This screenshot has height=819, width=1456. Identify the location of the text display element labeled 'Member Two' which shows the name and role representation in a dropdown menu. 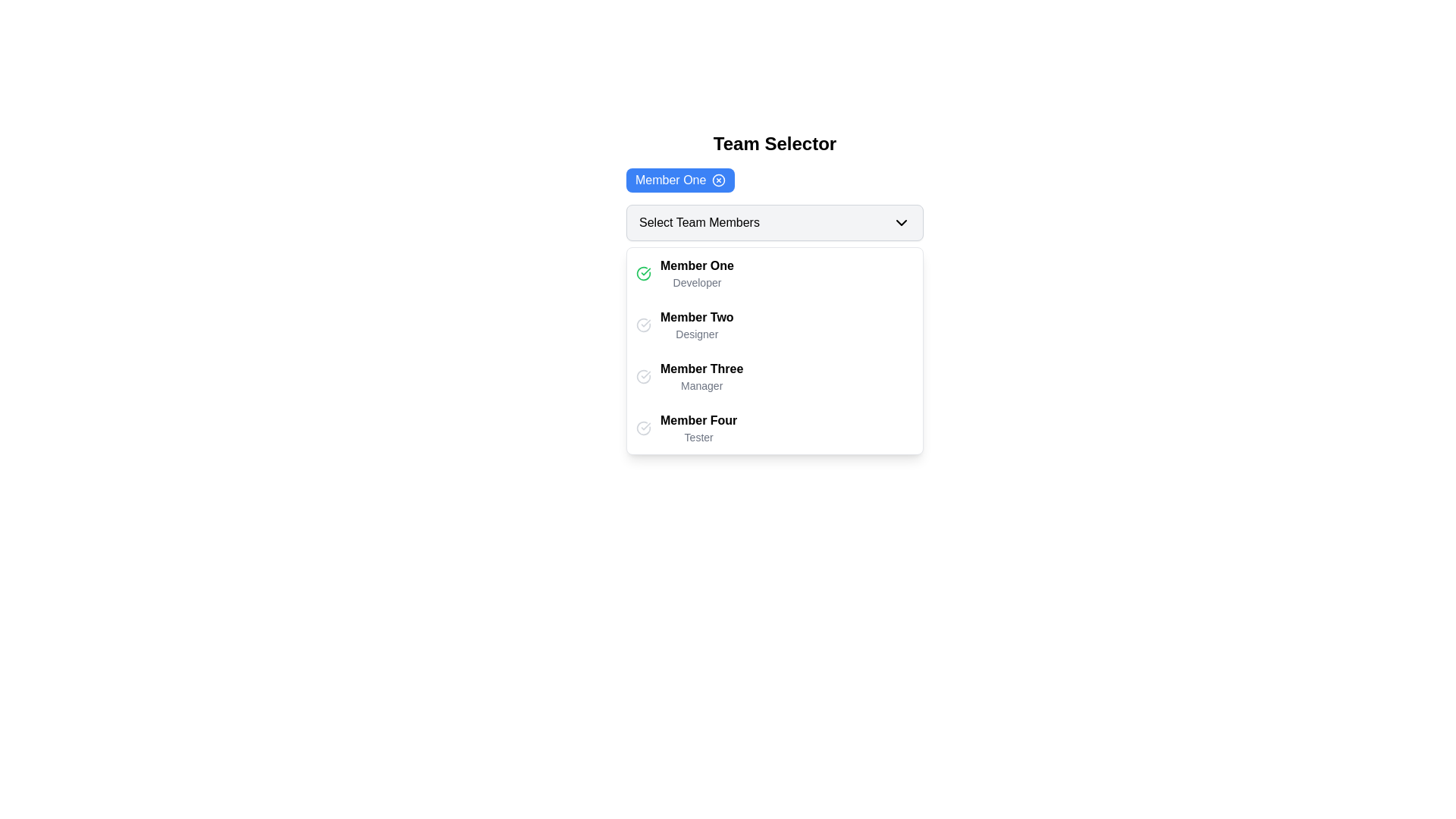
(696, 324).